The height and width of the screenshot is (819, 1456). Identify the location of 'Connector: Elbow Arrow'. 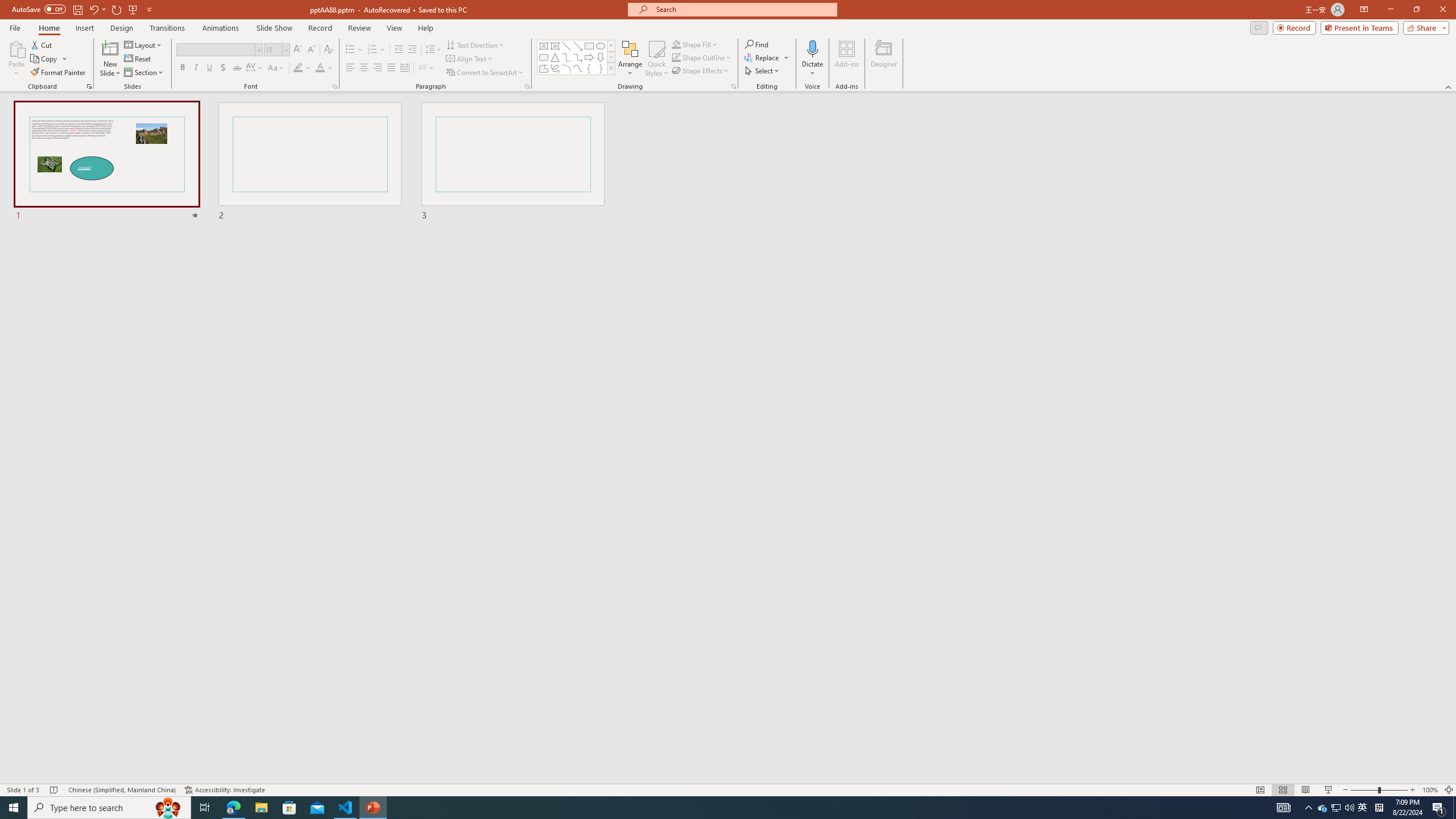
(577, 56).